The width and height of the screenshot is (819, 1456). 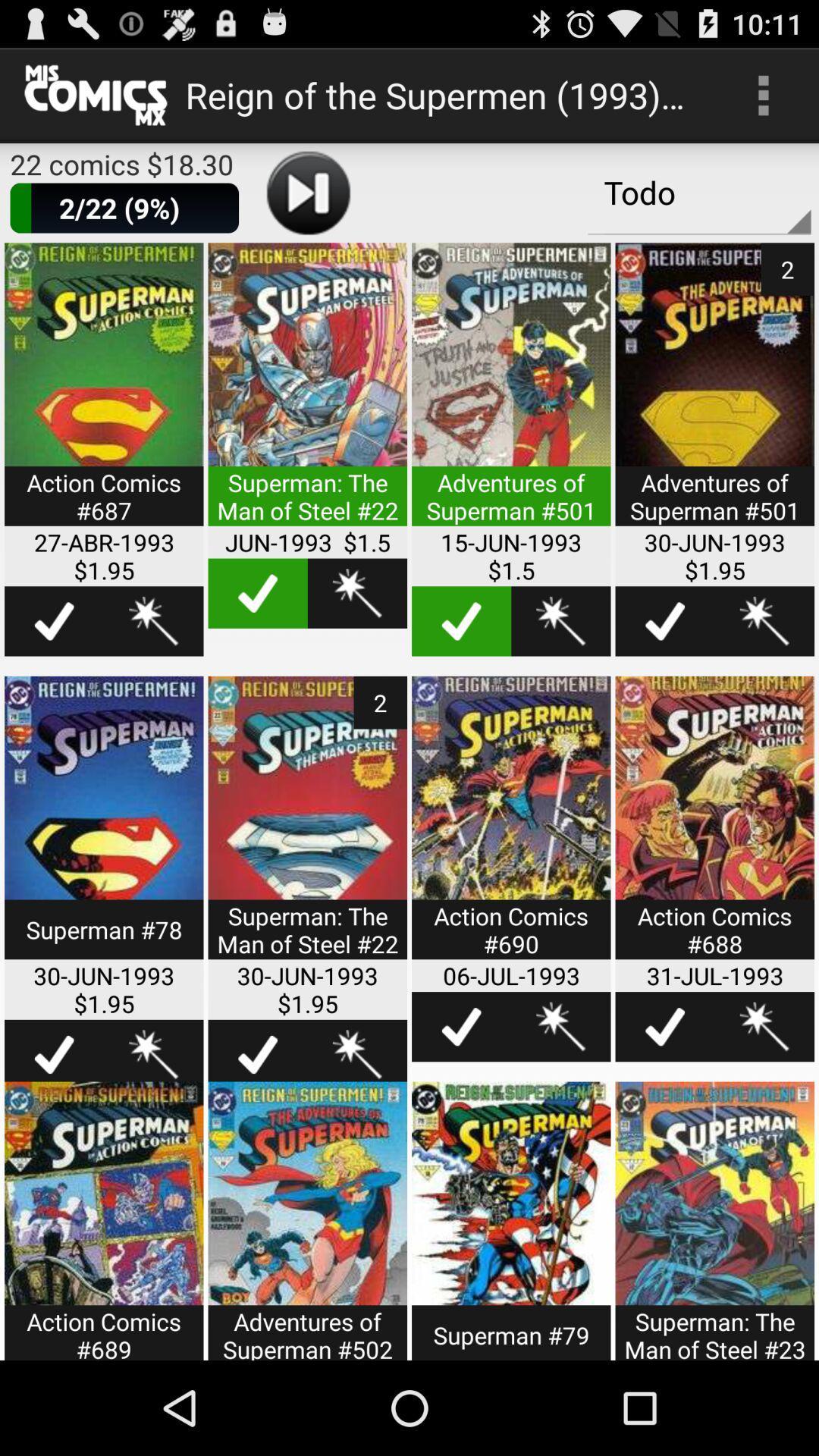 What do you see at coordinates (153, 621) in the screenshot?
I see `to wishlist` at bounding box center [153, 621].